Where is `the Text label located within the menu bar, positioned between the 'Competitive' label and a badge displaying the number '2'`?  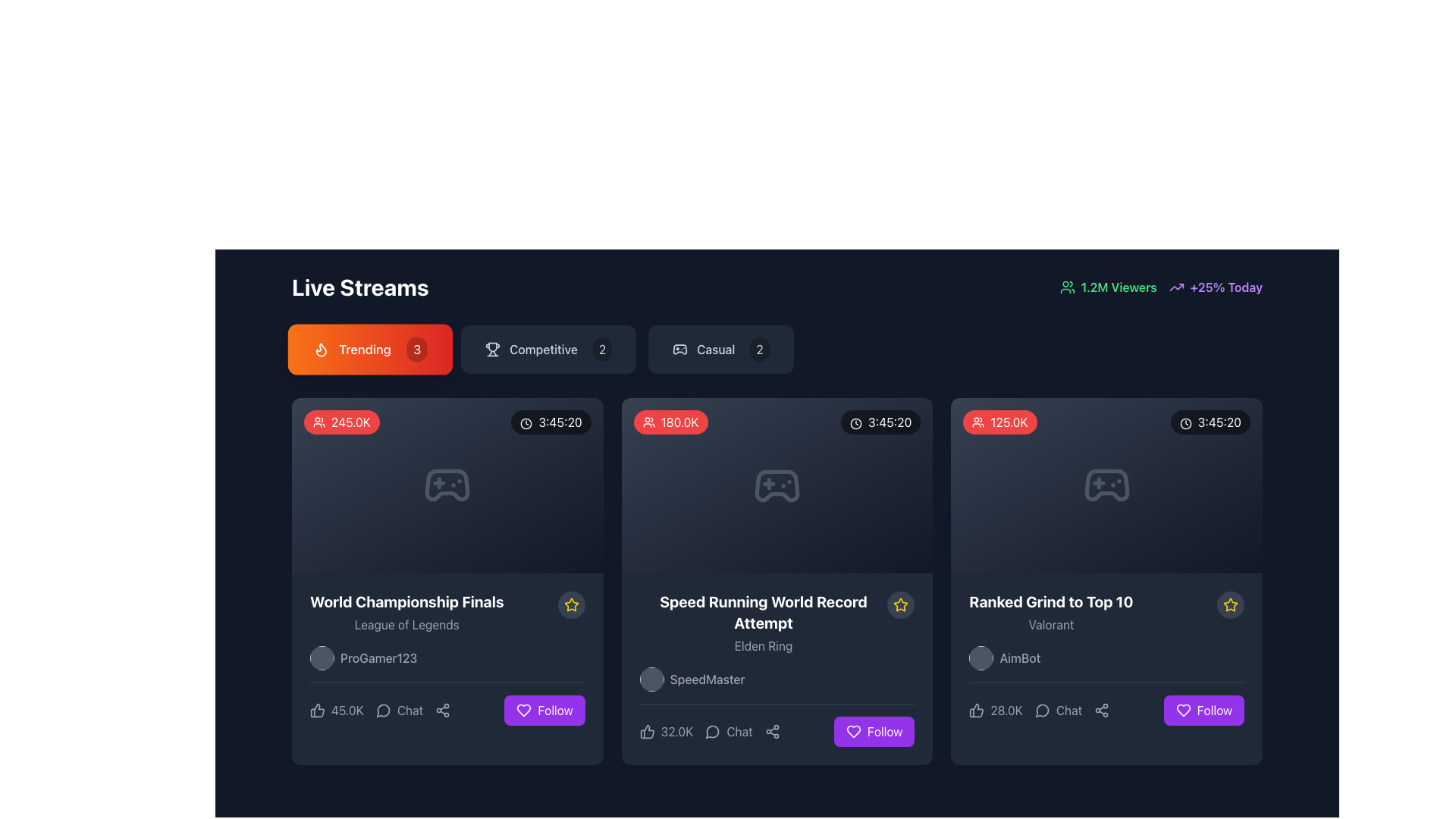
the Text label located within the menu bar, positioned between the 'Competitive' label and a badge displaying the number '2' is located at coordinates (715, 350).